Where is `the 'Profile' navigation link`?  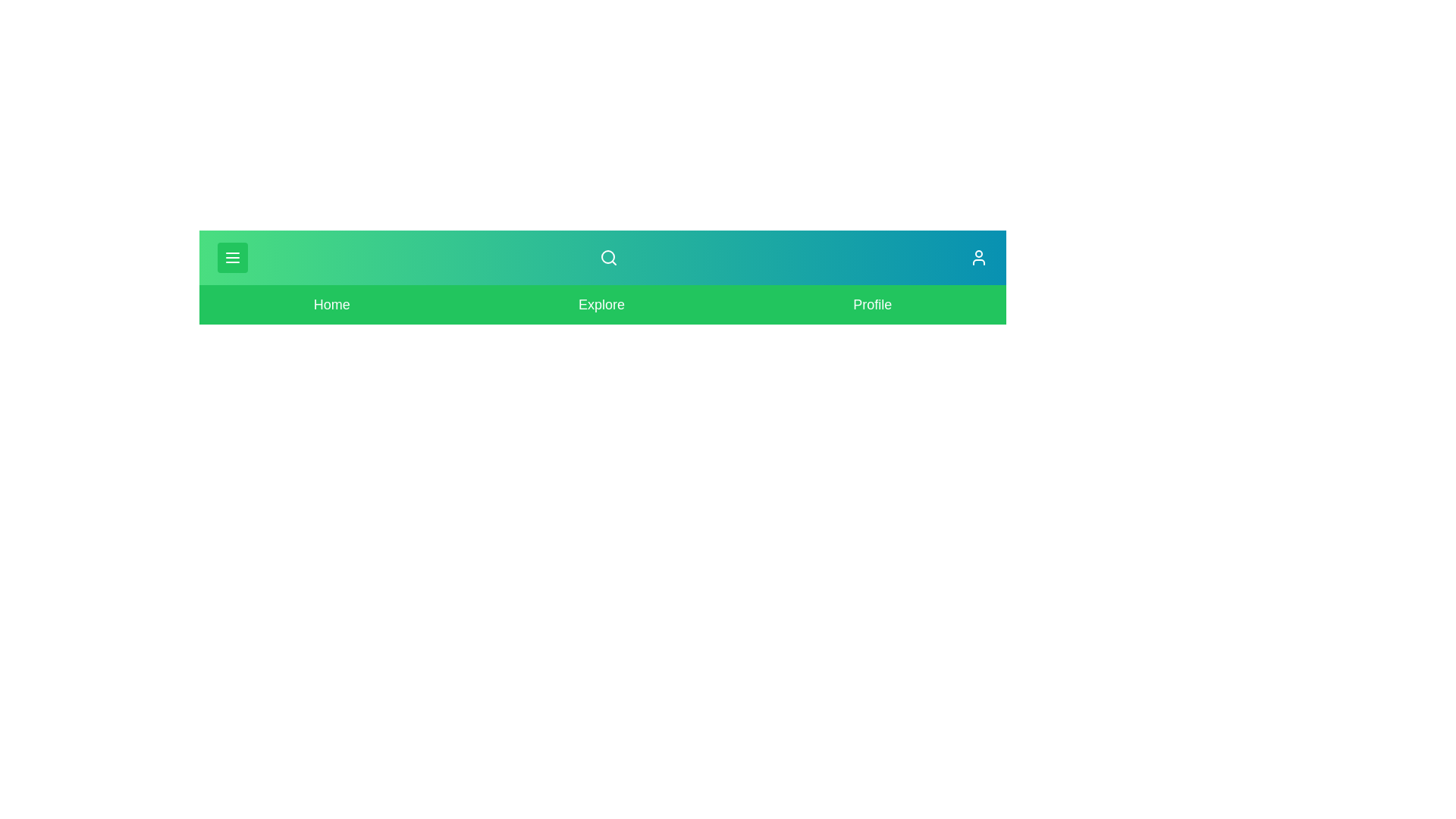
the 'Profile' navigation link is located at coordinates (872, 304).